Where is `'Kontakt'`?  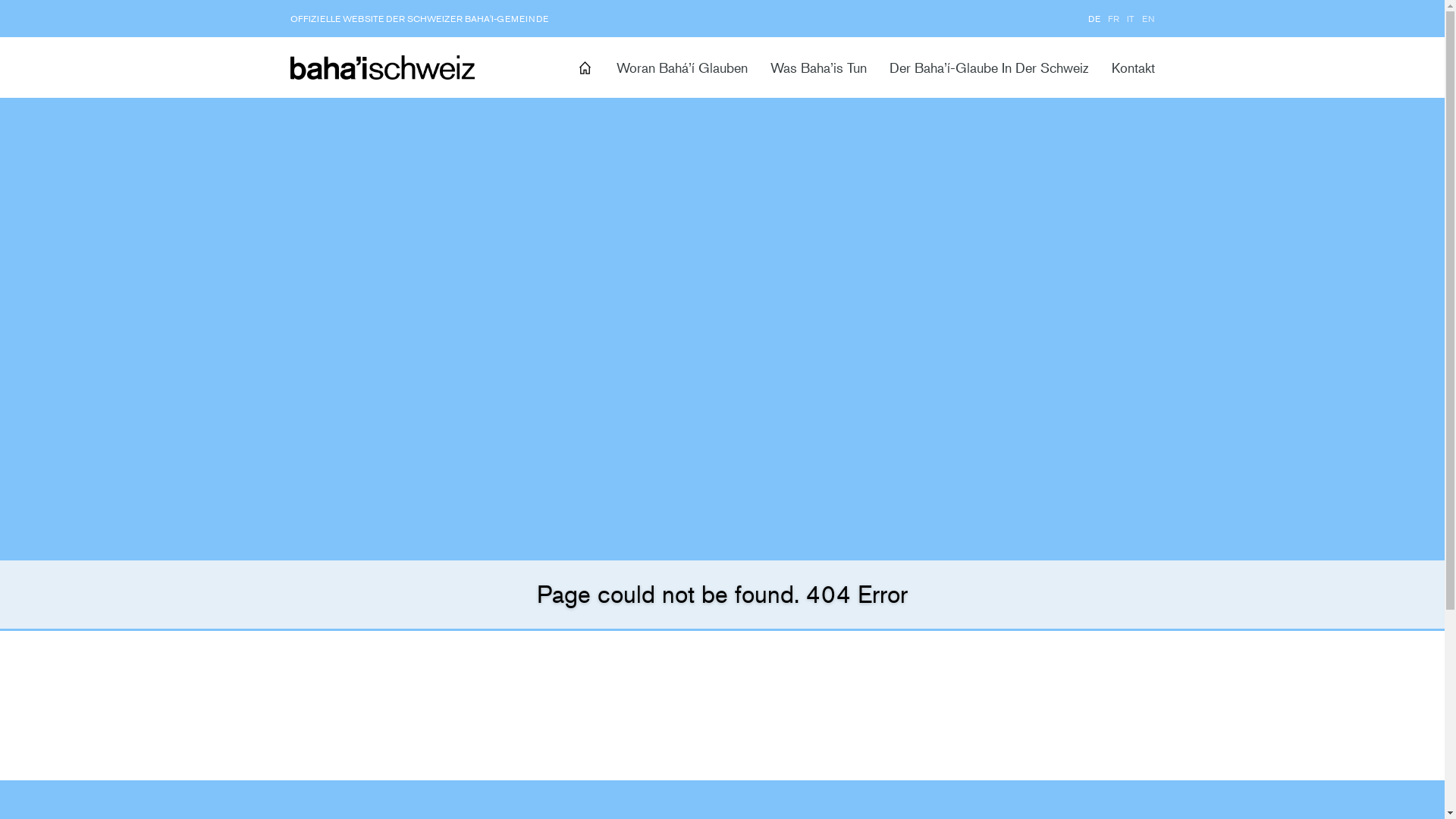
'Kontakt' is located at coordinates (1133, 66).